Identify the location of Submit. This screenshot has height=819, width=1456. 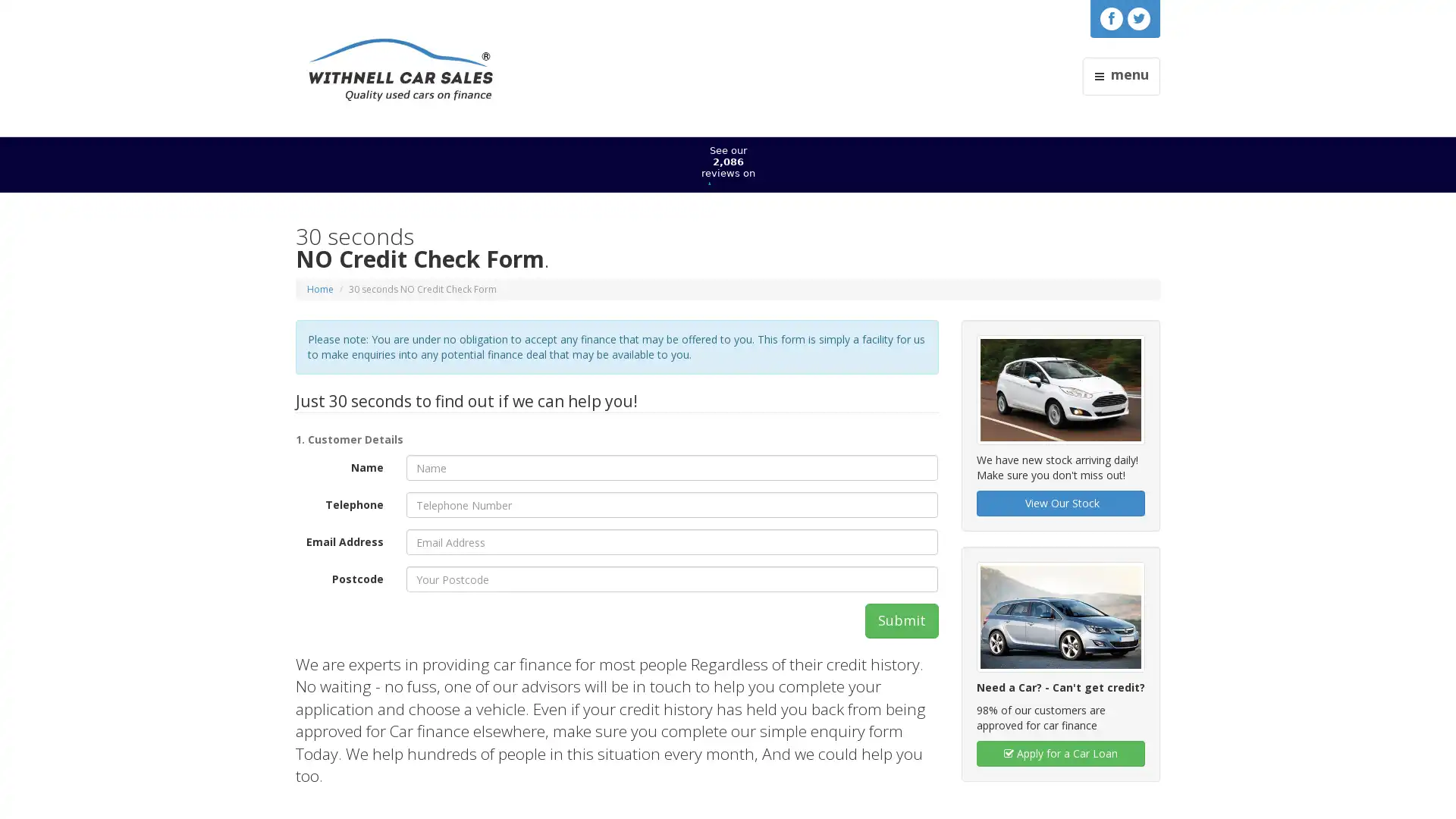
(901, 620).